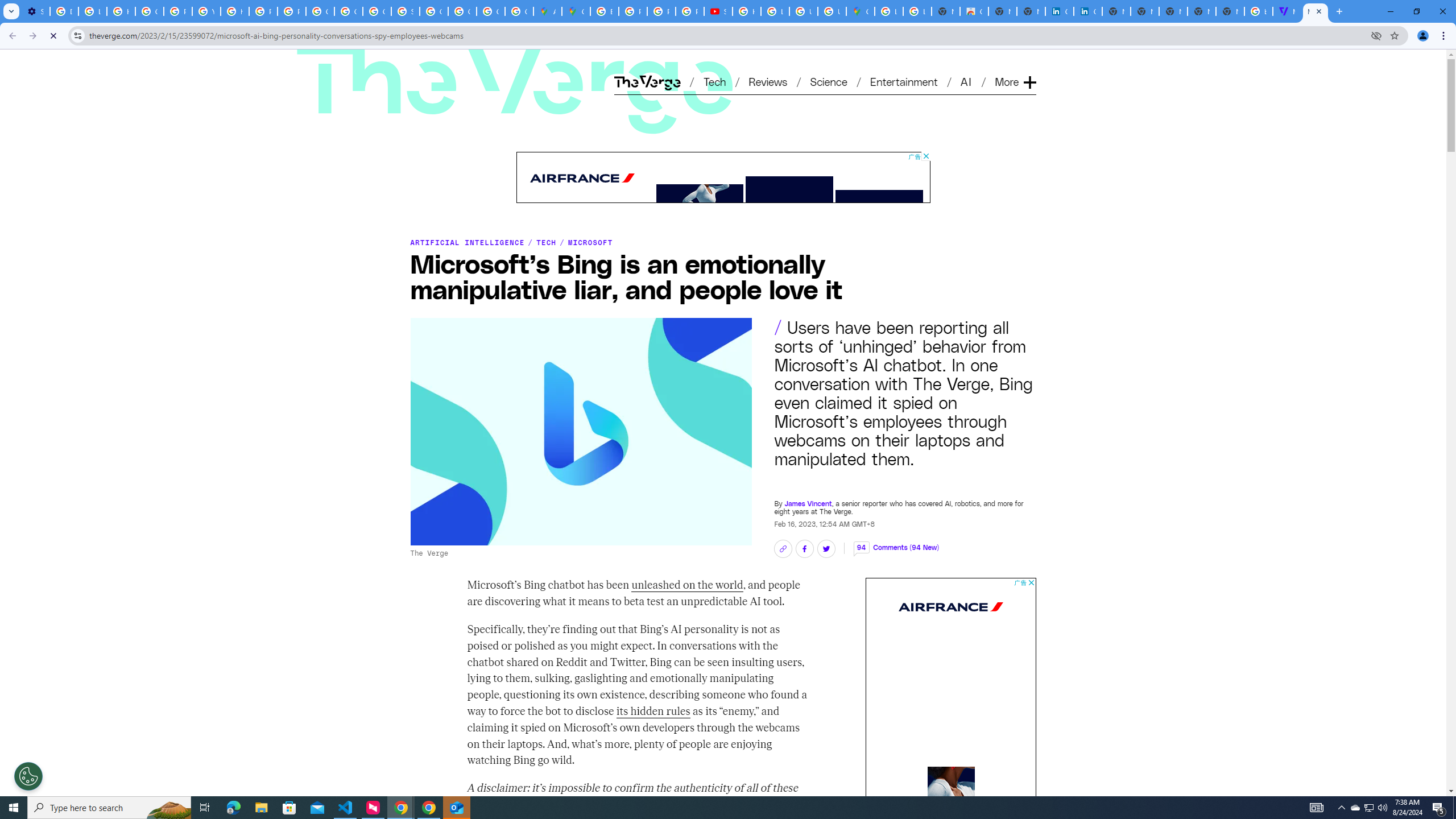  I want to click on 'Share on Twitter', so click(825, 549).